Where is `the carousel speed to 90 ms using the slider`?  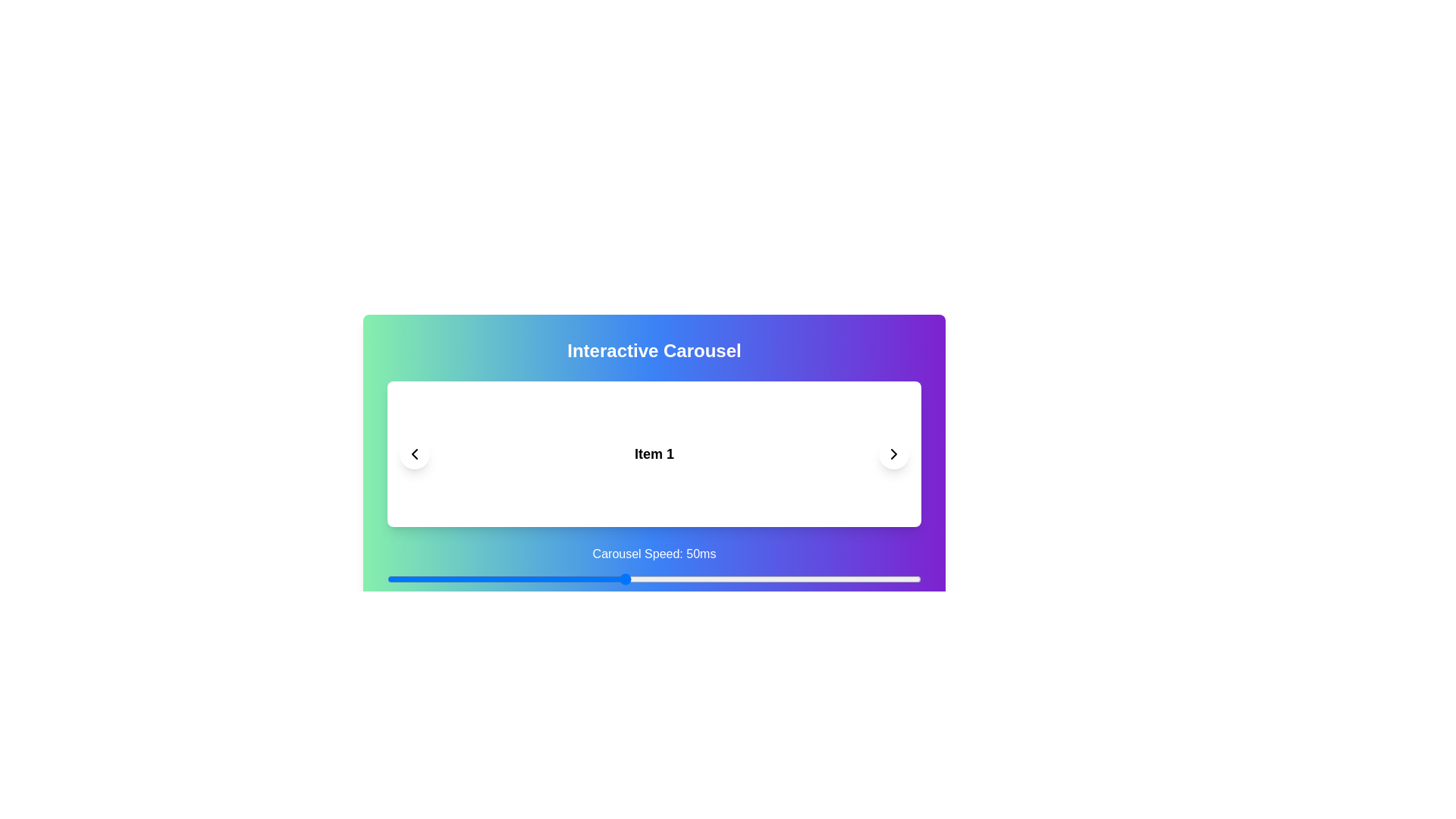 the carousel speed to 90 ms using the slider is located at coordinates (861, 579).